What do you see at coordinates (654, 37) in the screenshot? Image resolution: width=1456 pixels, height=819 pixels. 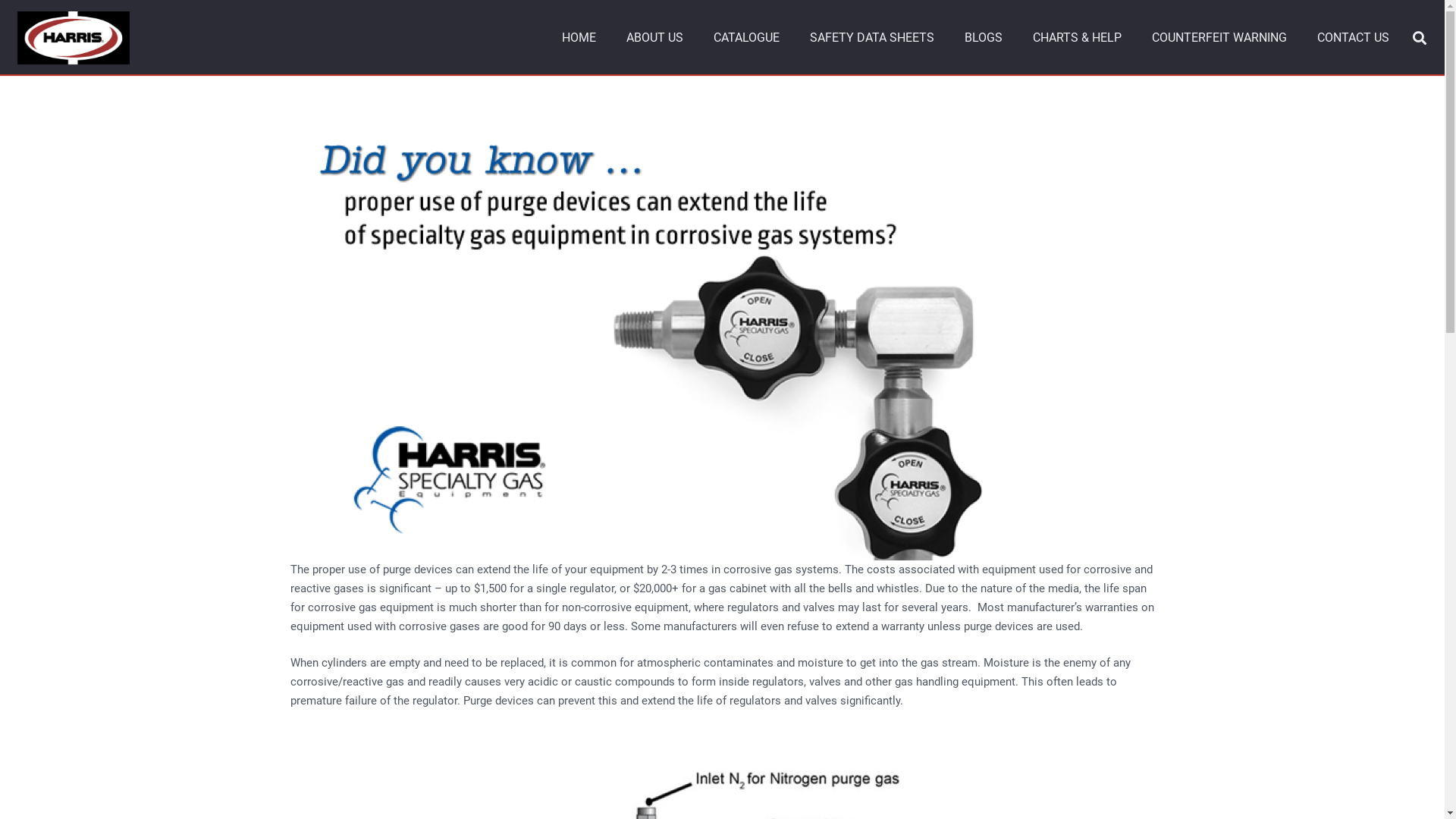 I see `'ABOUT US'` at bounding box center [654, 37].